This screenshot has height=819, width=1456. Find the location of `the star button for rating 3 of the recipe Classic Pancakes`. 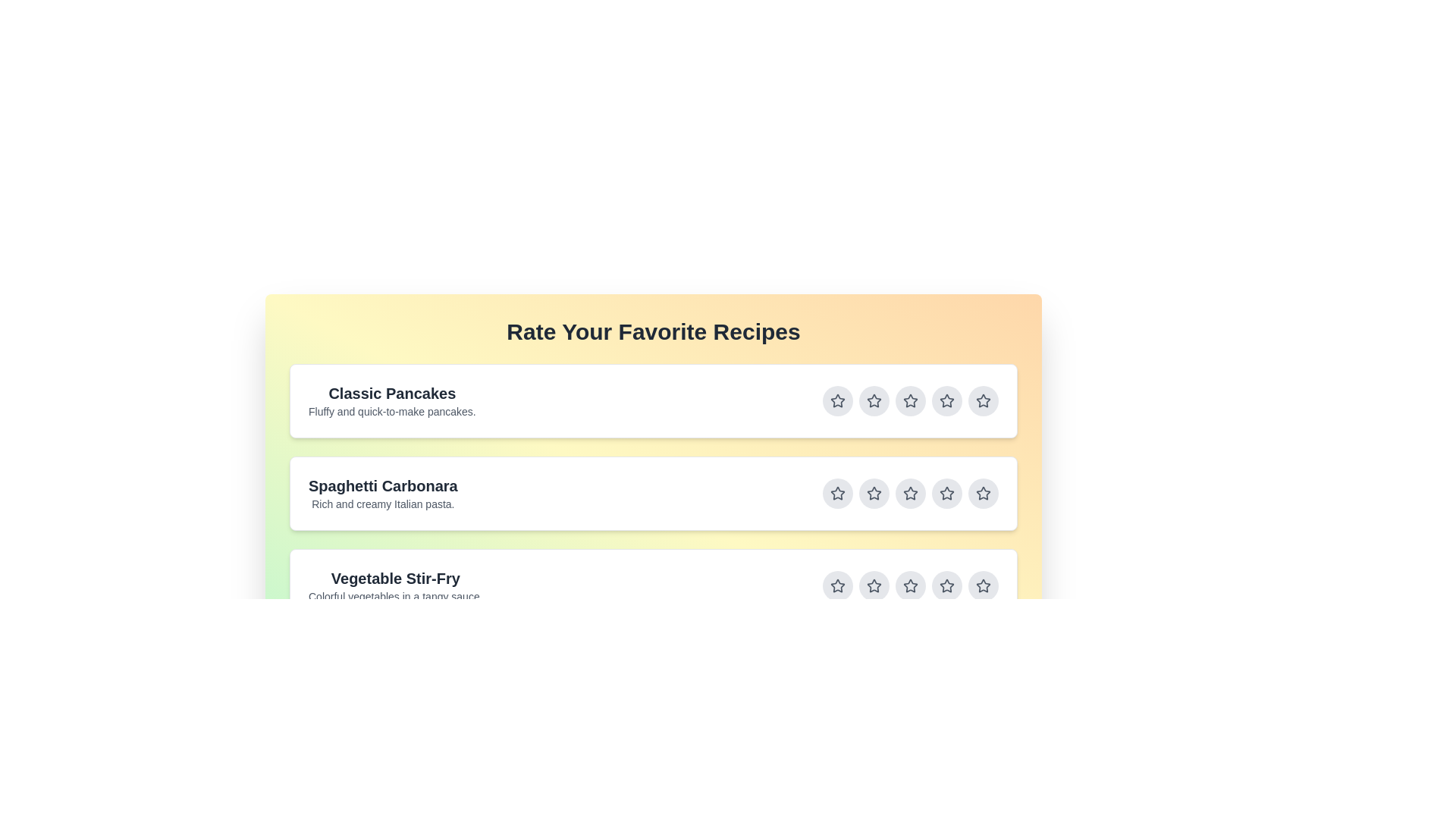

the star button for rating 3 of the recipe Classic Pancakes is located at coordinates (910, 400).